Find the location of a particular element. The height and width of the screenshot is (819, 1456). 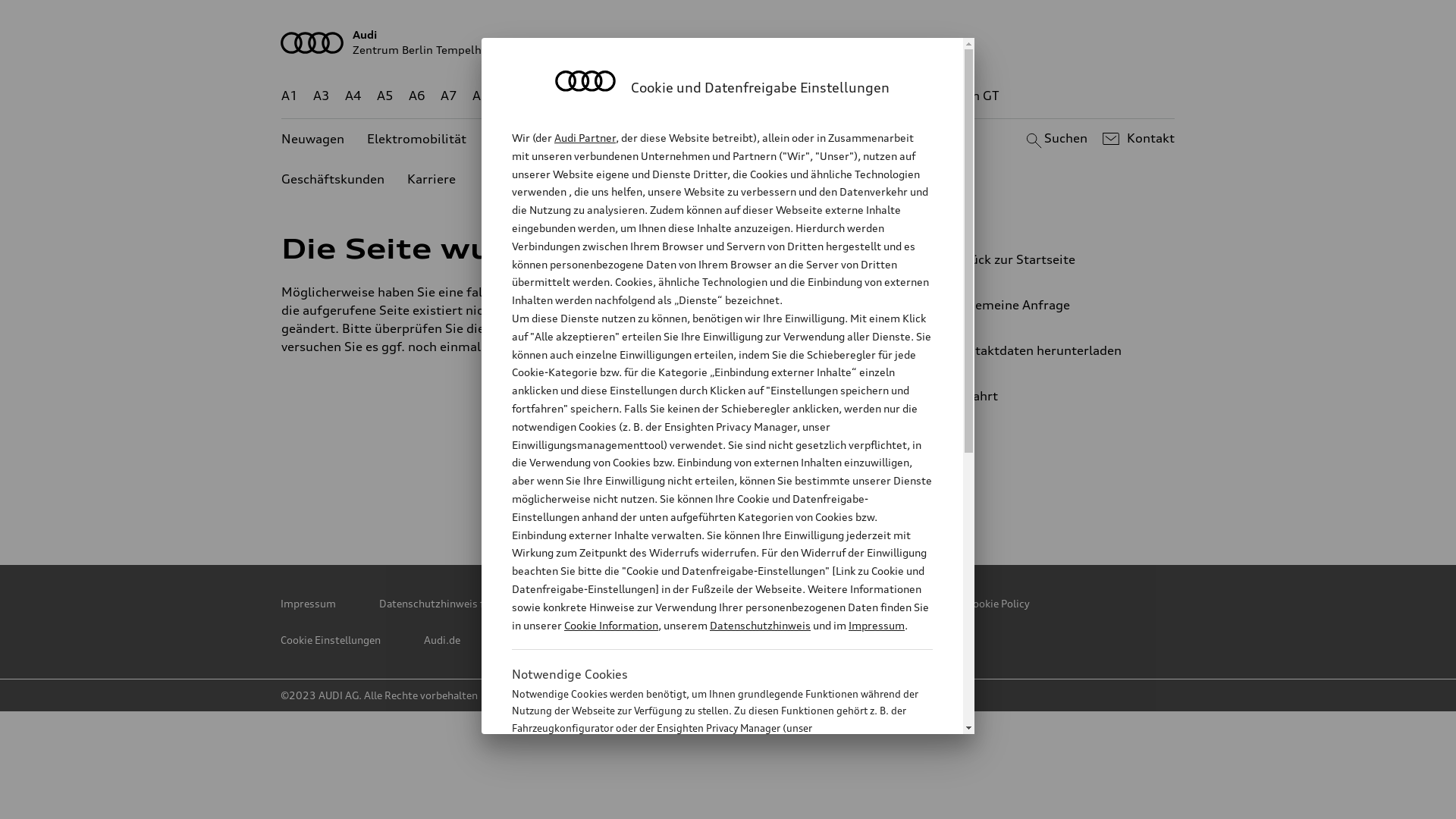

'Karriere' is located at coordinates (431, 178).